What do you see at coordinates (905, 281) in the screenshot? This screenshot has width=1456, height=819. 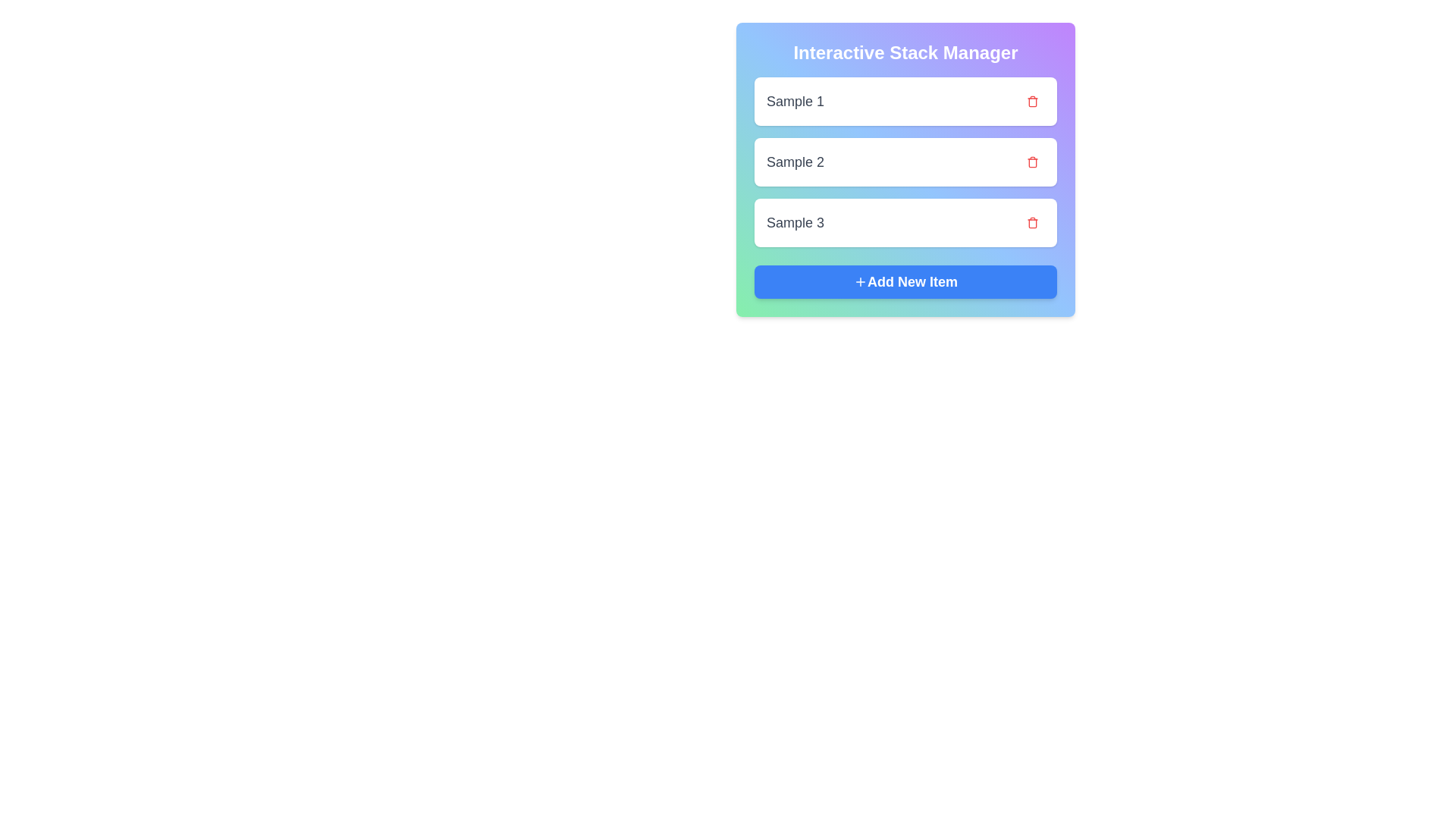 I see `the button located at the bottom of the vertically stacked interface, beneath the labeled items (Sample 1, Sample 2, Sample 3) with a gradient background transitioning from green to purple` at bounding box center [905, 281].